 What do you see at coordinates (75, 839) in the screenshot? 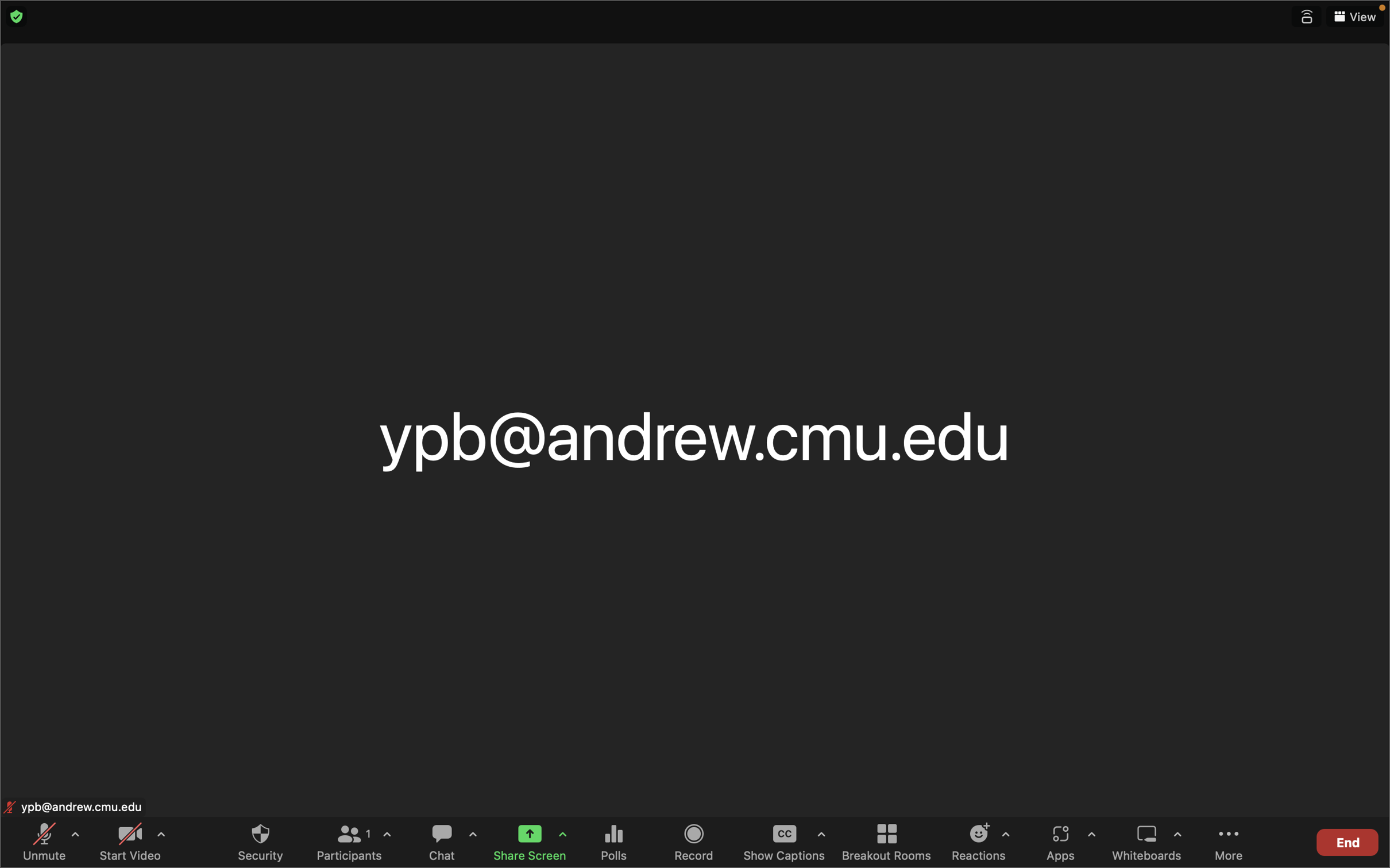
I see `the audio options` at bounding box center [75, 839].